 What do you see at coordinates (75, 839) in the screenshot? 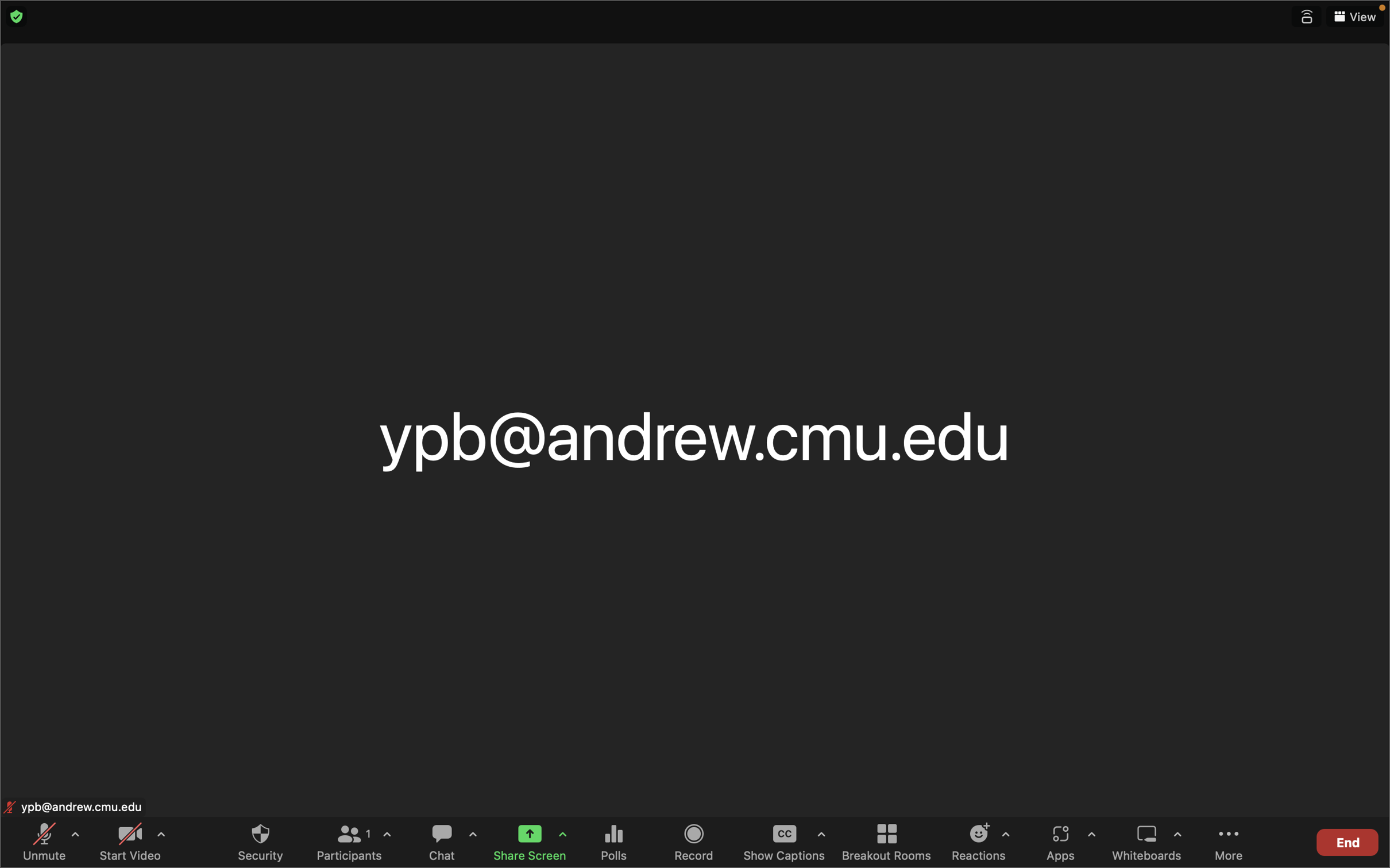
I see `the audio options` at bounding box center [75, 839].